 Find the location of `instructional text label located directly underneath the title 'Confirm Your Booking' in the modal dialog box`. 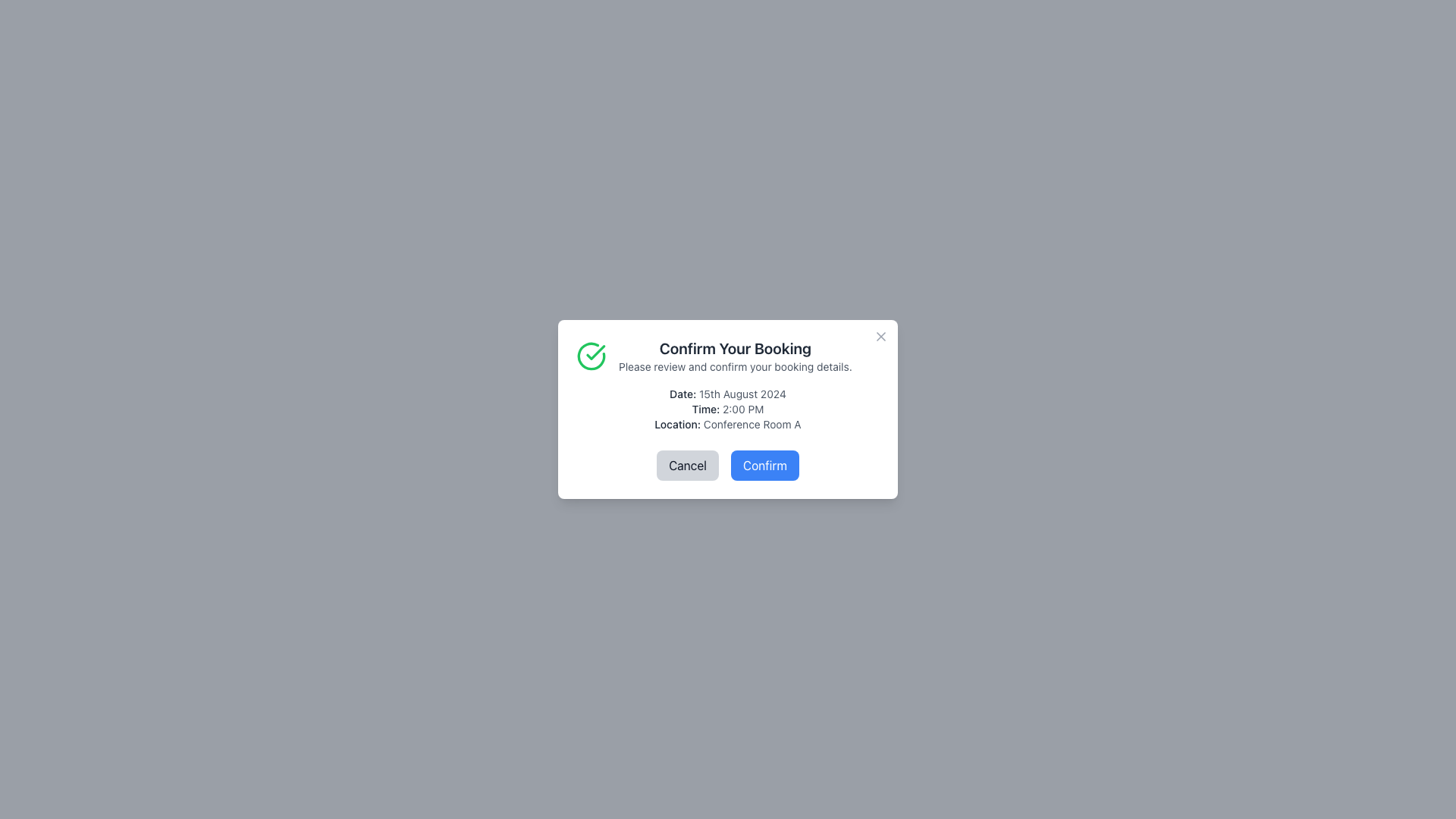

instructional text label located directly underneath the title 'Confirm Your Booking' in the modal dialog box is located at coordinates (735, 366).